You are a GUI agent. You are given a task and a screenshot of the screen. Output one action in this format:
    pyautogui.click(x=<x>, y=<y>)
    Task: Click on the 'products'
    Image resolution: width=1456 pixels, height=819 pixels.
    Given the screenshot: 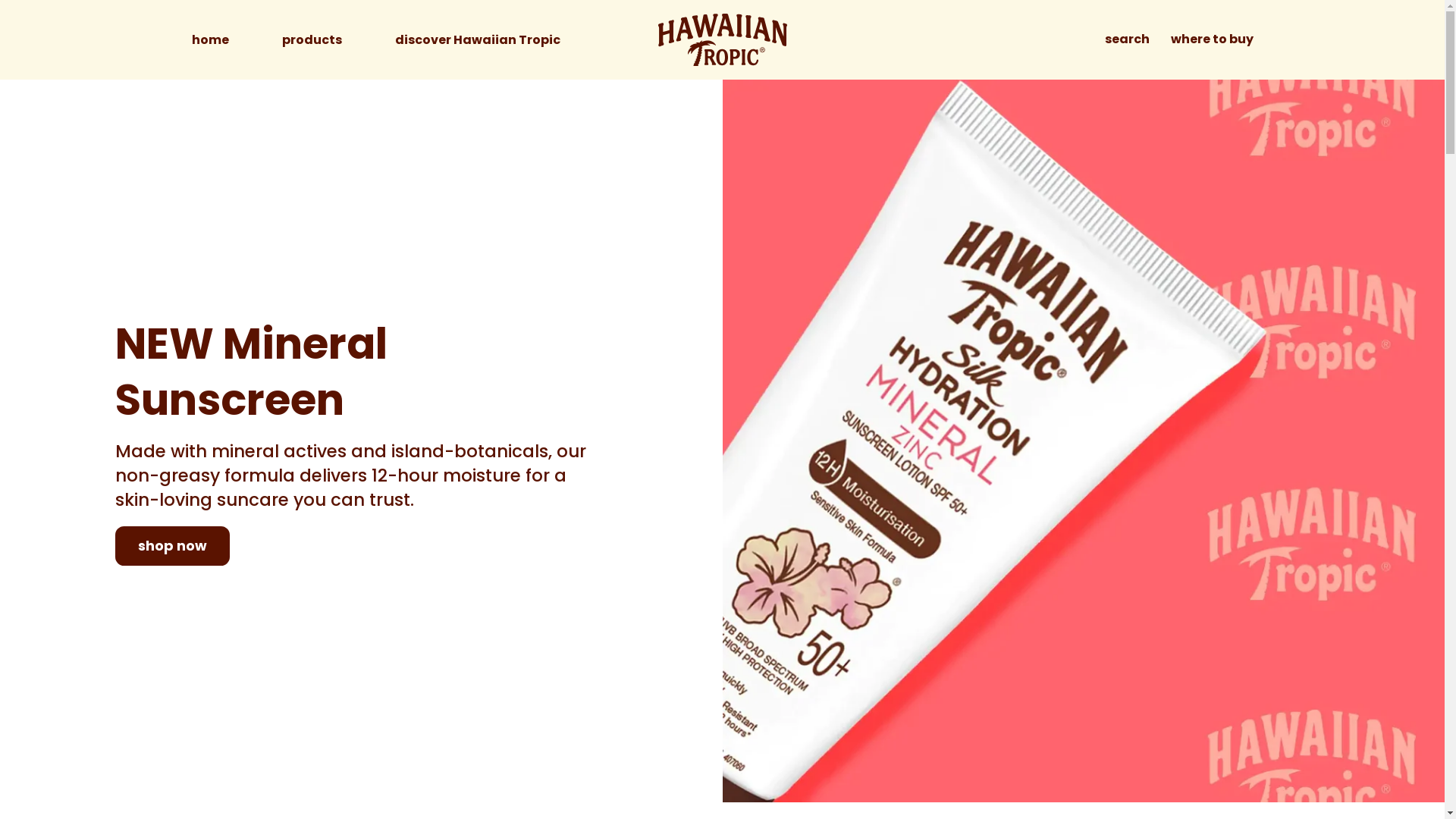 What is the action you would take?
    pyautogui.click(x=311, y=39)
    